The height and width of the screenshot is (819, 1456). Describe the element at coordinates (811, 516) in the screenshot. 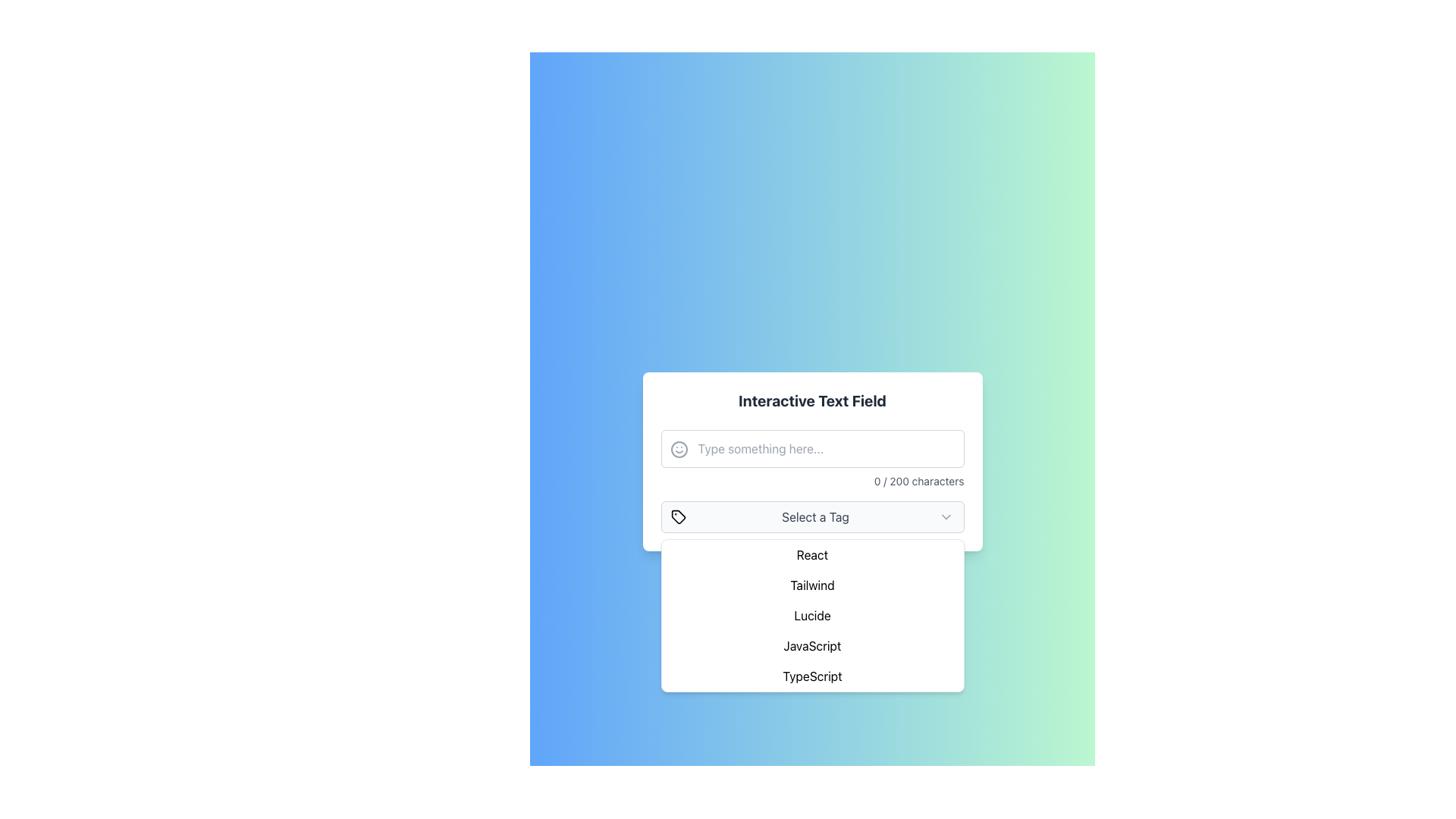

I see `the dropdown menu located below the input text field and character count indicator` at that location.